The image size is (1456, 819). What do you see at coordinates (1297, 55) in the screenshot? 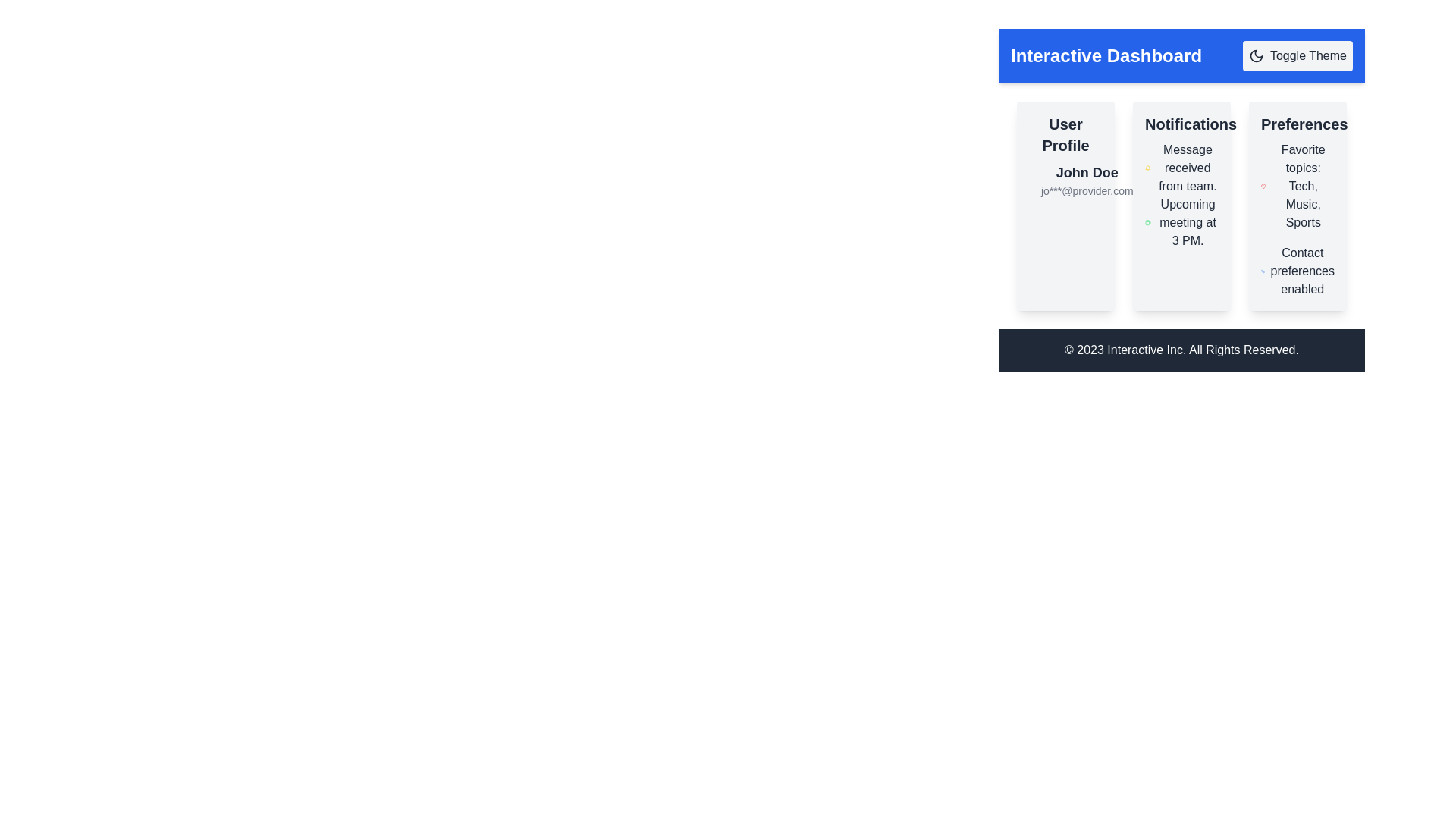
I see `the theme toggle button located in the top-right corner of the 'Interactive Dashboard' navigation bar` at bounding box center [1297, 55].